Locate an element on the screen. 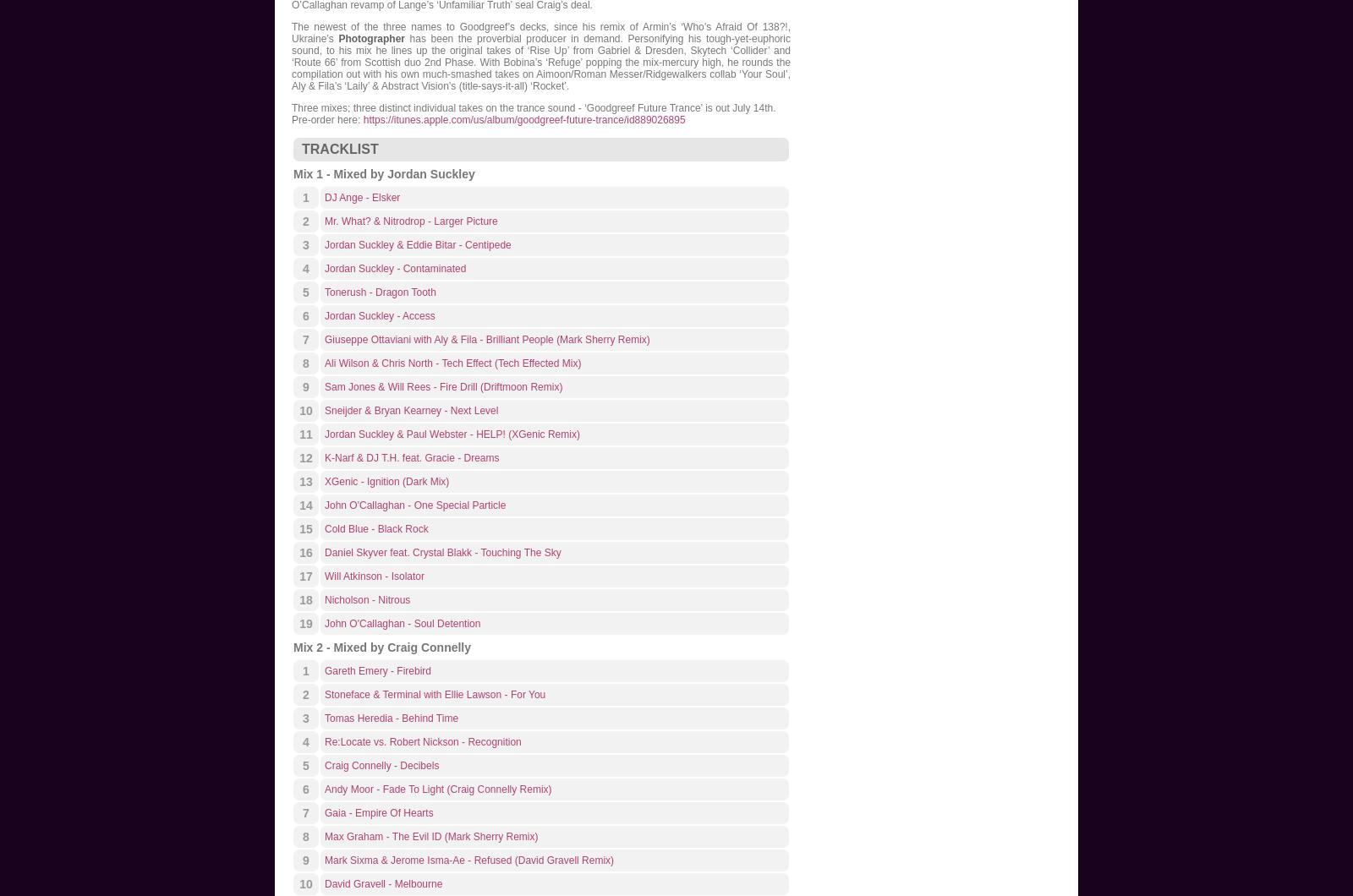 The height and width of the screenshot is (896, 1353). 'Ali Wilson & Chris North - Tech Effect (Tech Effected Mix)' is located at coordinates (452, 363).